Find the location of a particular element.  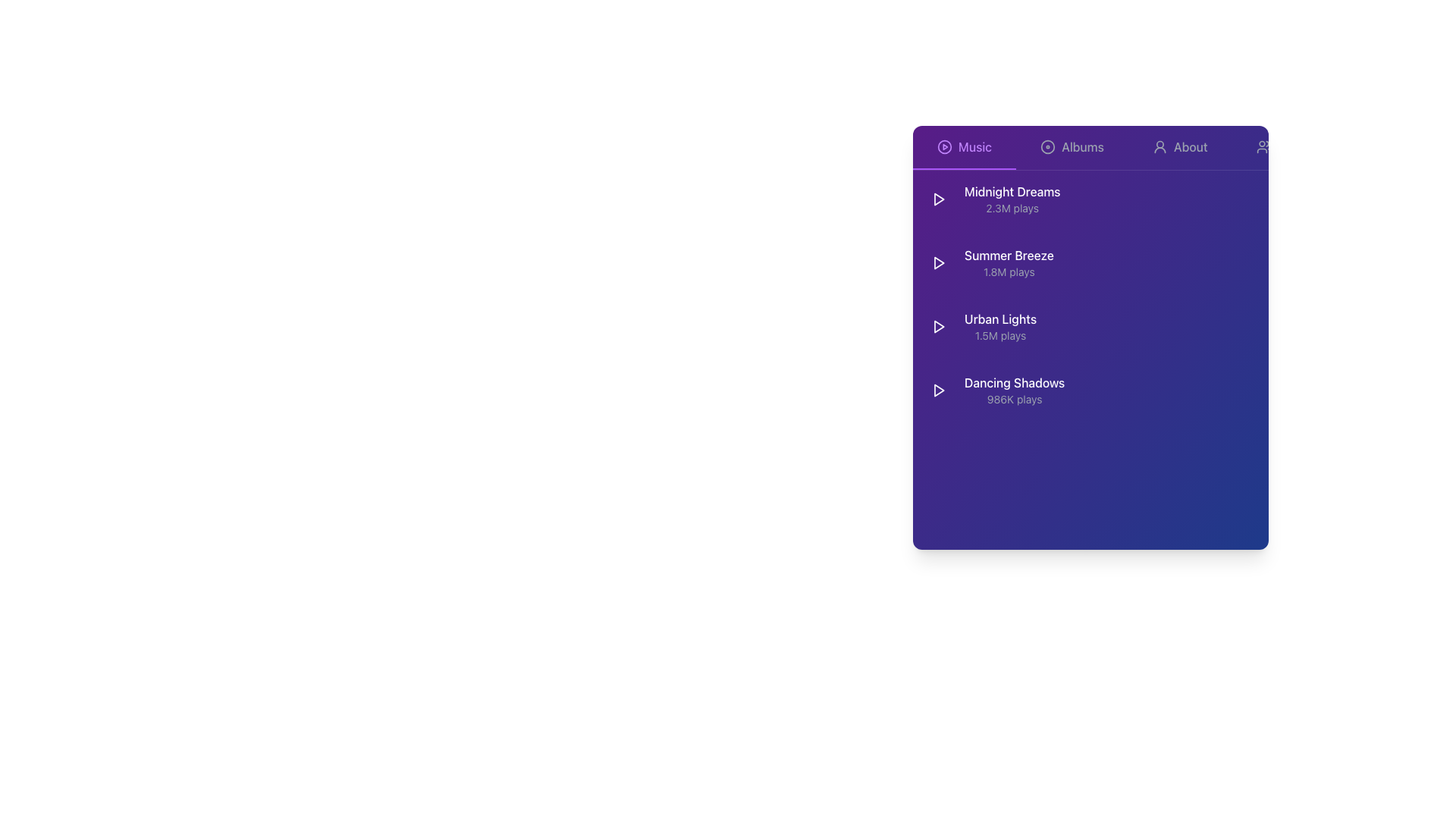

the Circle graphic element located in the top navigation bar, which is positioned to the left of the 'Music' tab is located at coordinates (944, 146).